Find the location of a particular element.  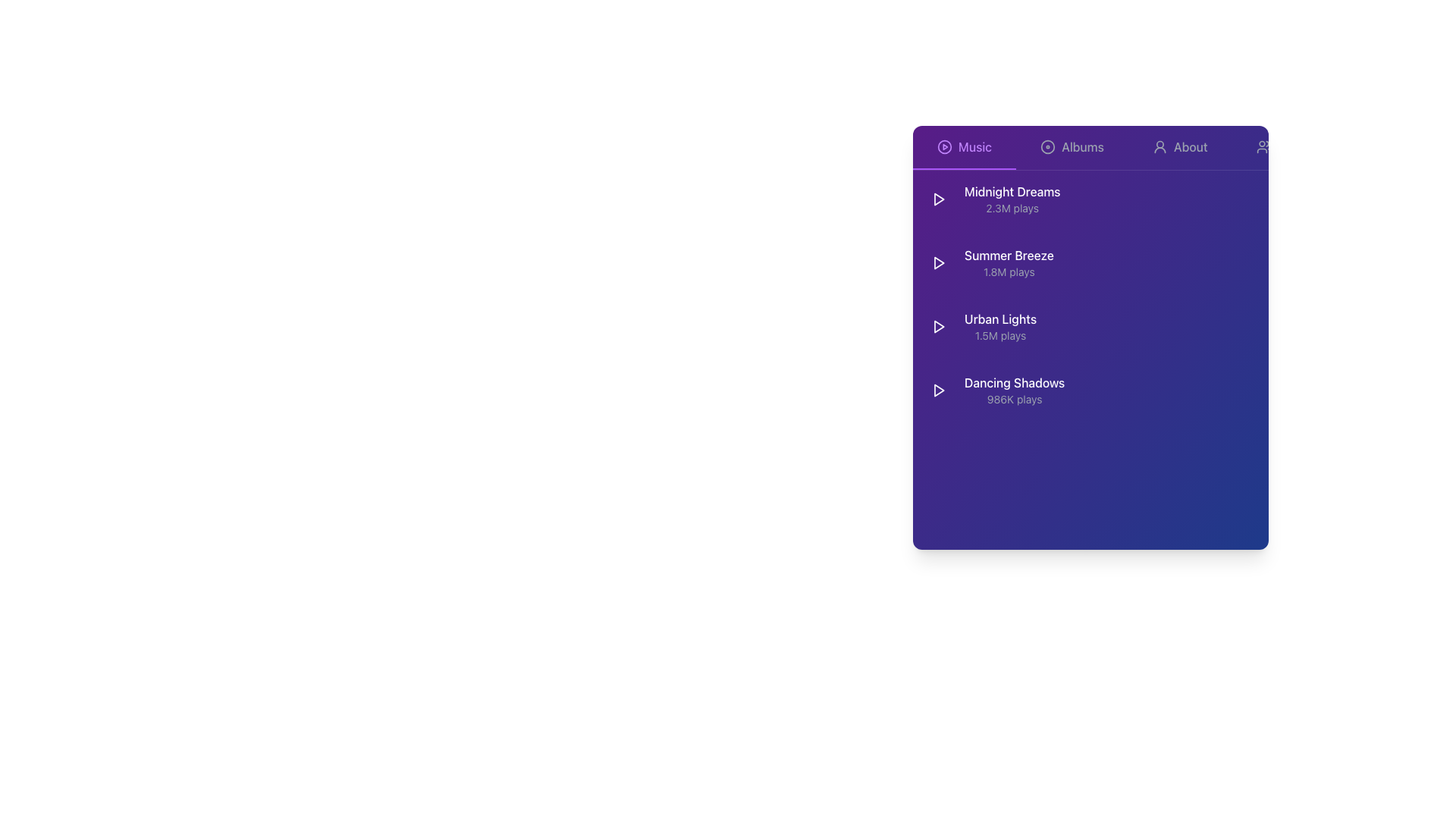

the Circle graphic element located in the top navigation bar, which is positioned to the left of the 'Music' tab is located at coordinates (944, 146).